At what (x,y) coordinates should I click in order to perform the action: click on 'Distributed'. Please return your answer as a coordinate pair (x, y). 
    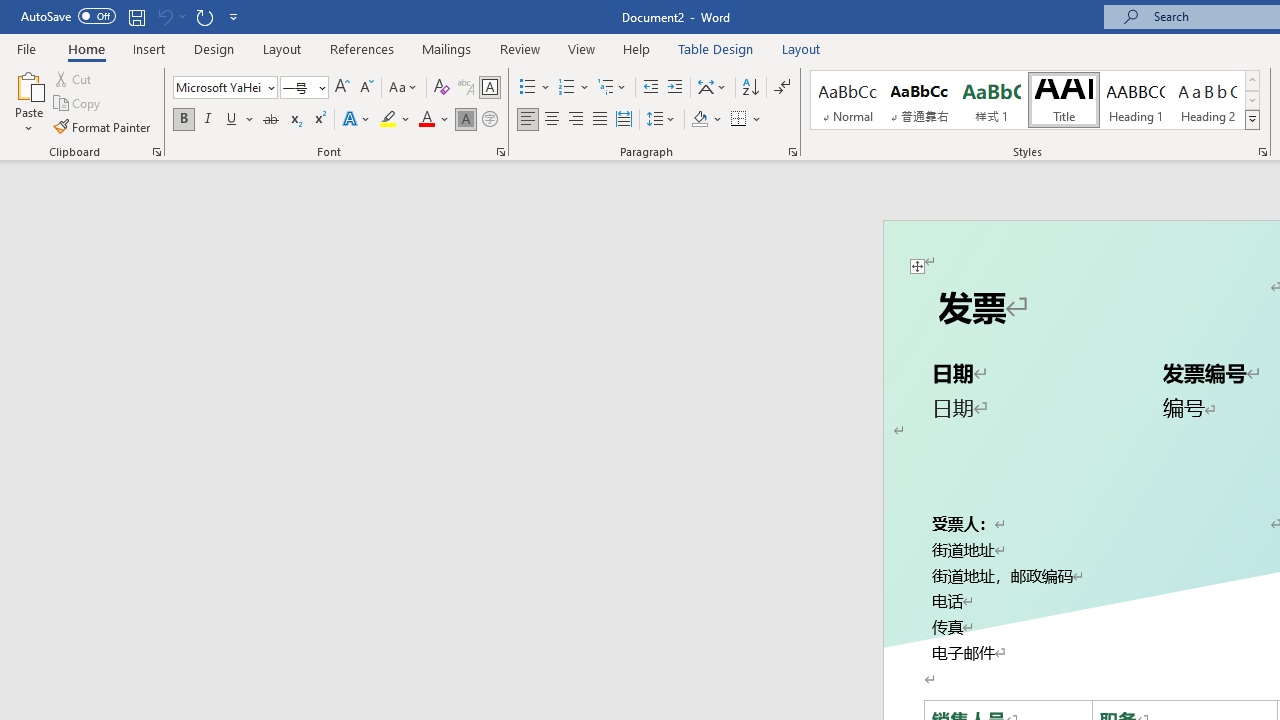
    Looking at the image, I should click on (623, 119).